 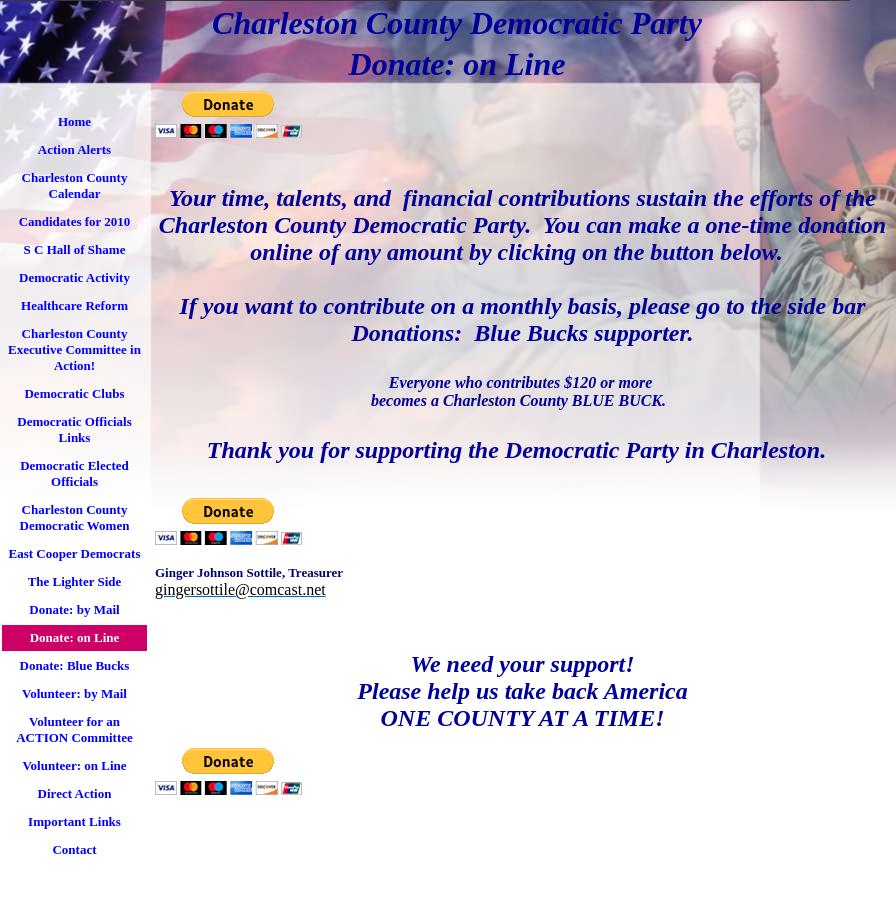 What do you see at coordinates (74, 221) in the screenshot?
I see `'Candidates for 2010'` at bounding box center [74, 221].